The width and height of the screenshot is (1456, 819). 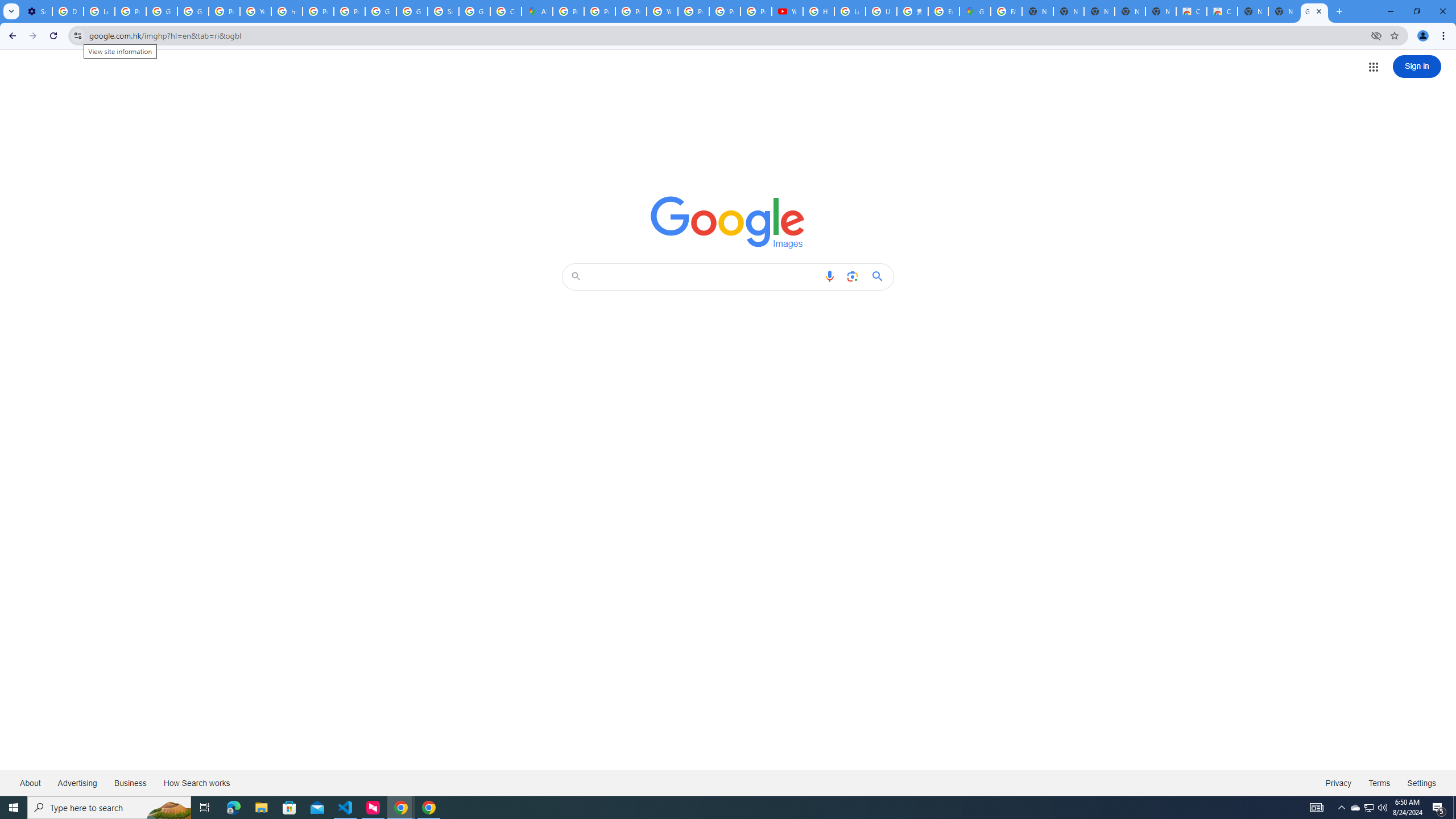 I want to click on 'Privacy Help Center - Policies Help', so click(x=630, y=11).